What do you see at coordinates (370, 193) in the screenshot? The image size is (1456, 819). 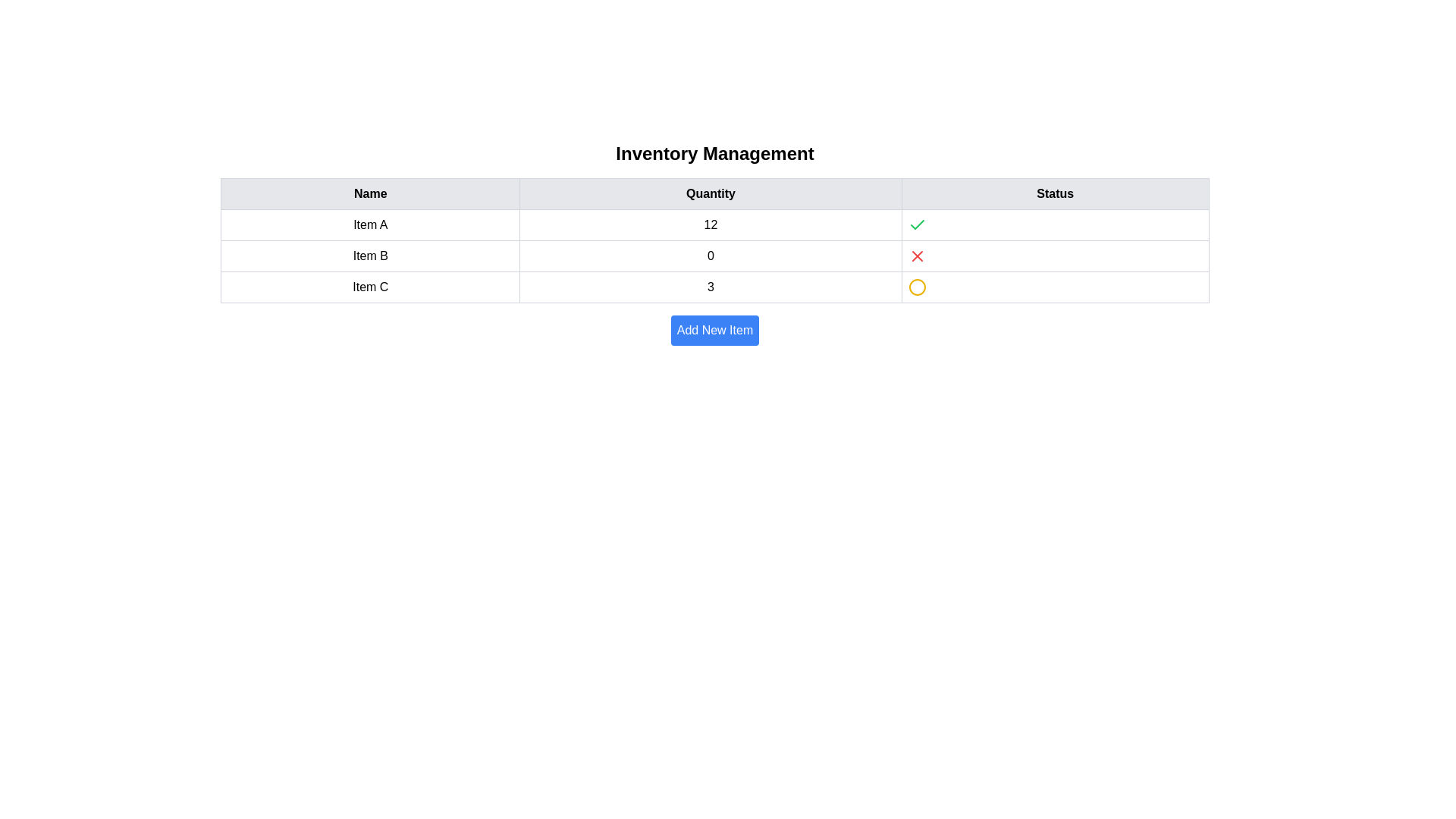 I see `the Table Column Header containing the bold text 'Name' which is styled with a border and a light gray background` at bounding box center [370, 193].